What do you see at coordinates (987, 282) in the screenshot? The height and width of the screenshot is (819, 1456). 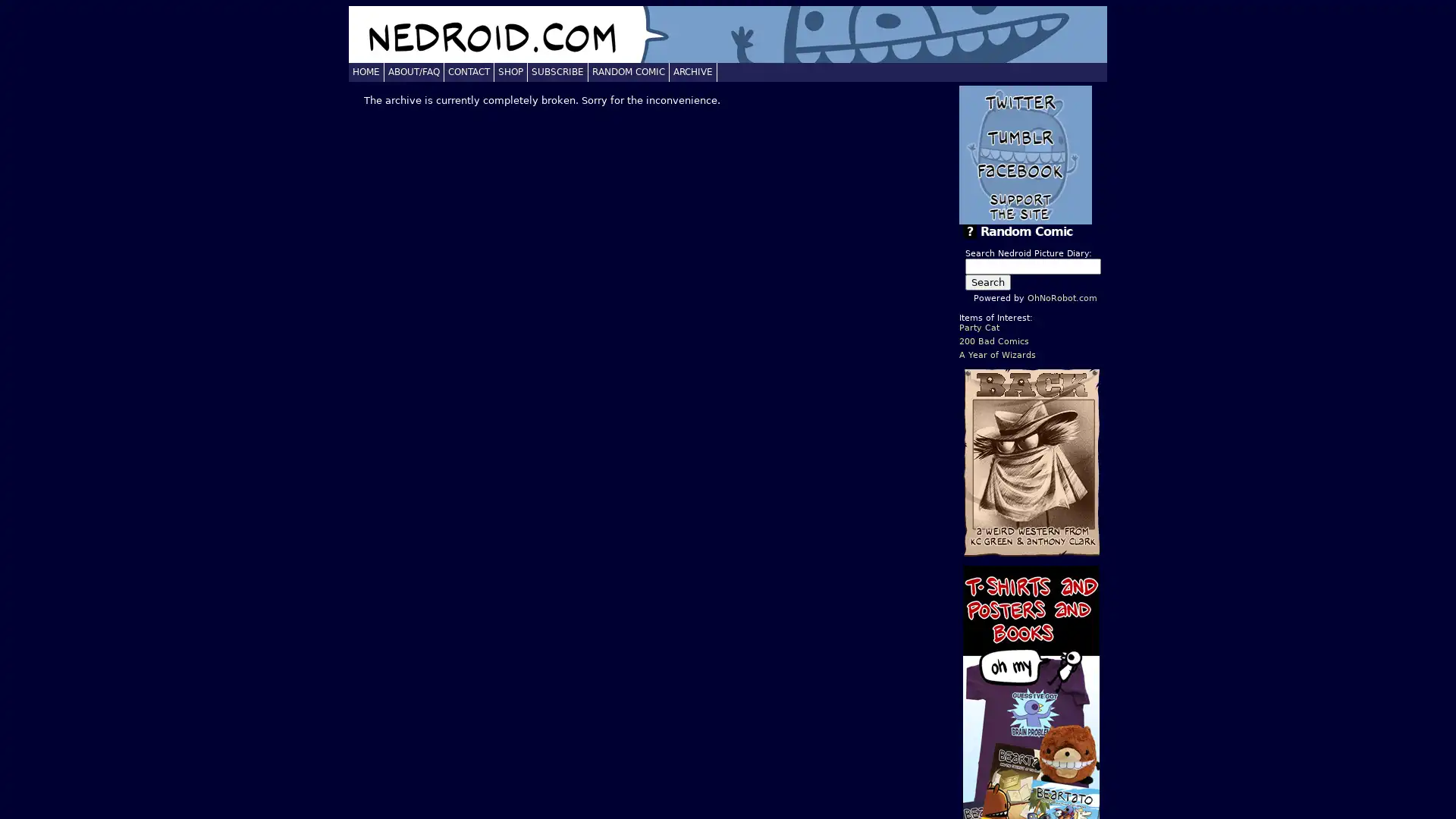 I see `Search` at bounding box center [987, 282].